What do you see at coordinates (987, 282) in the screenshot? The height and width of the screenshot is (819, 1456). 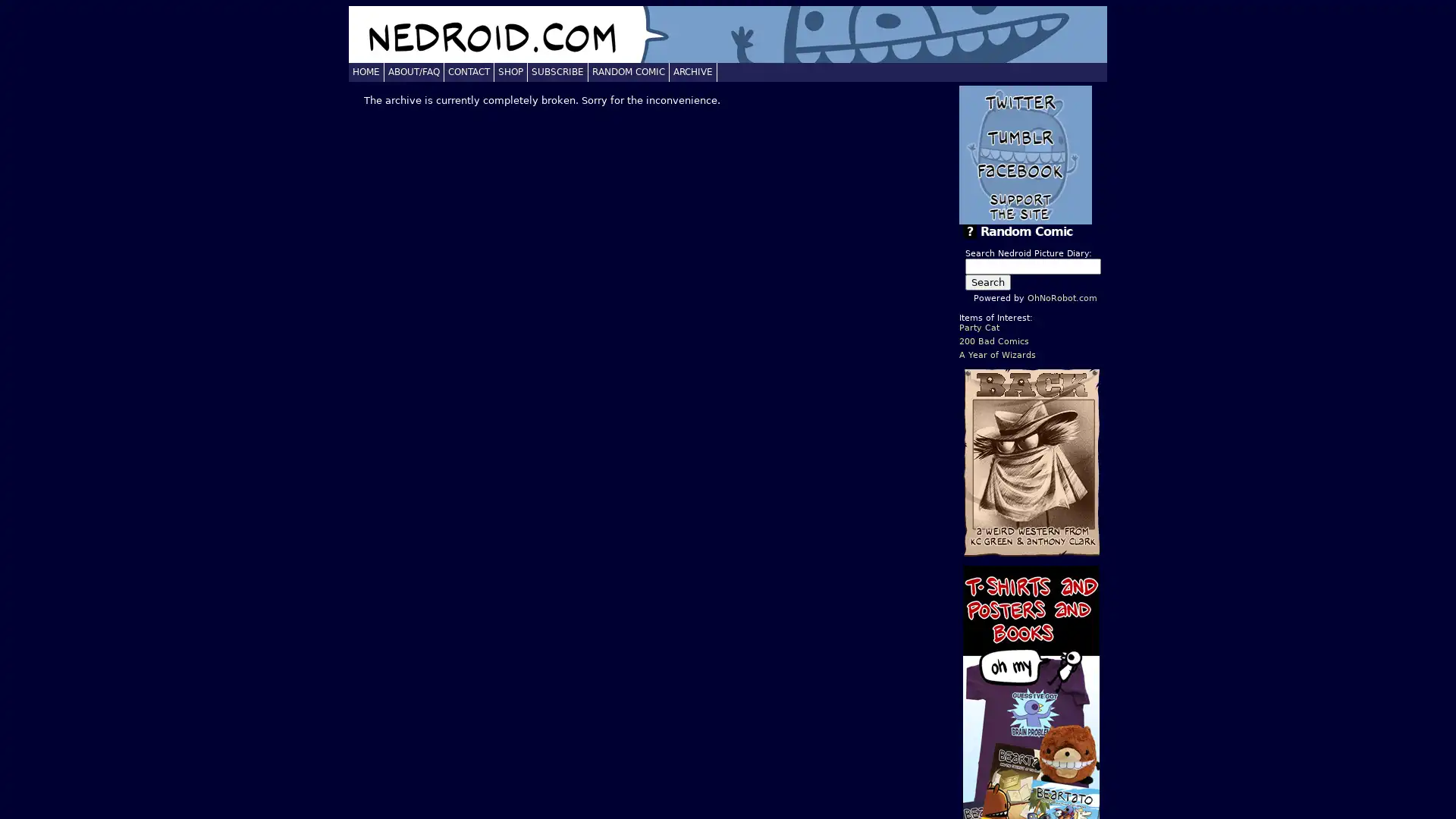 I see `Search` at bounding box center [987, 282].